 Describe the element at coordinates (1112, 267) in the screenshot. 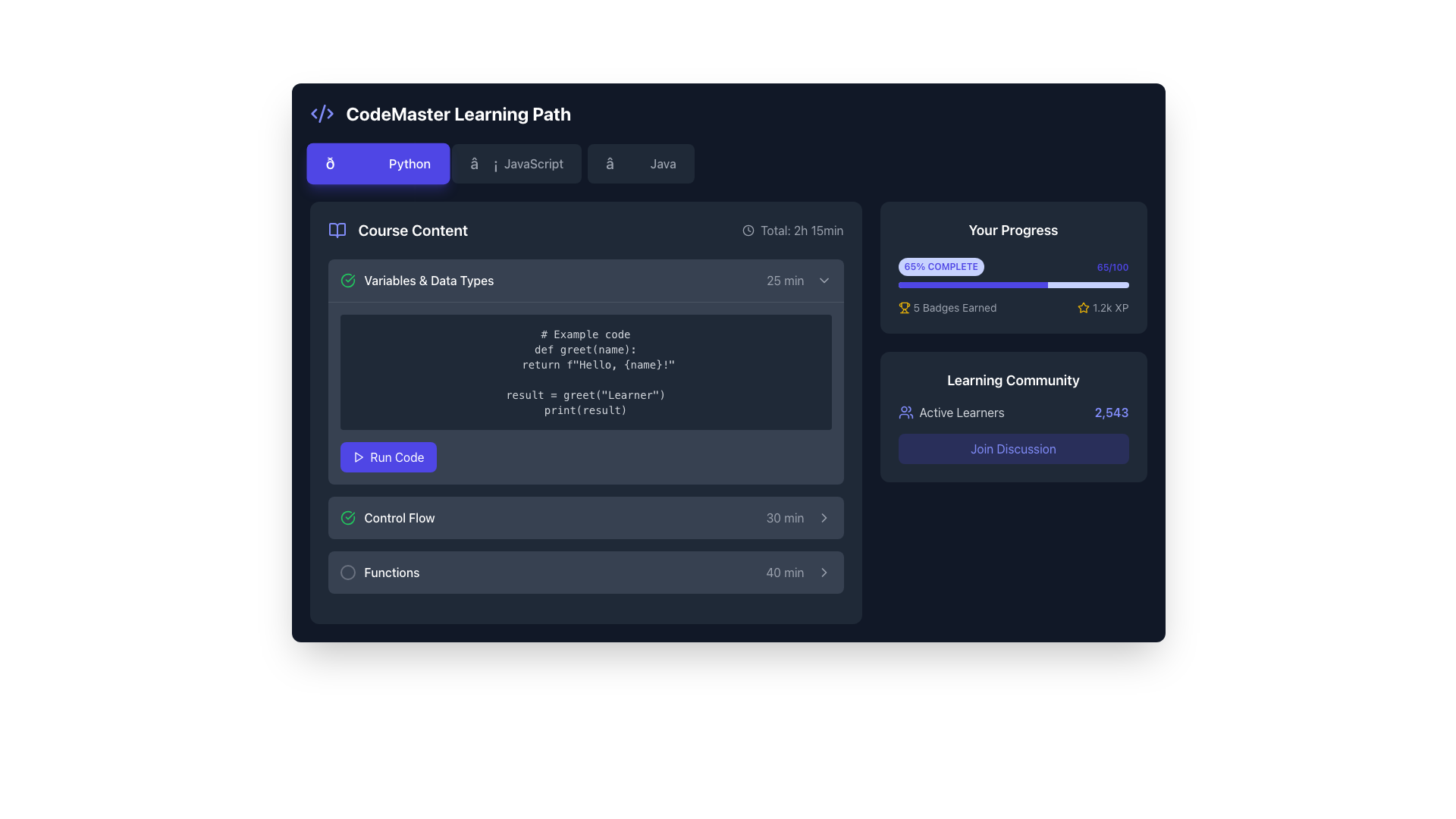

I see `the text label displaying '65/100' in bold indigo color, located on the right side of the 'Your Progress' card` at that location.